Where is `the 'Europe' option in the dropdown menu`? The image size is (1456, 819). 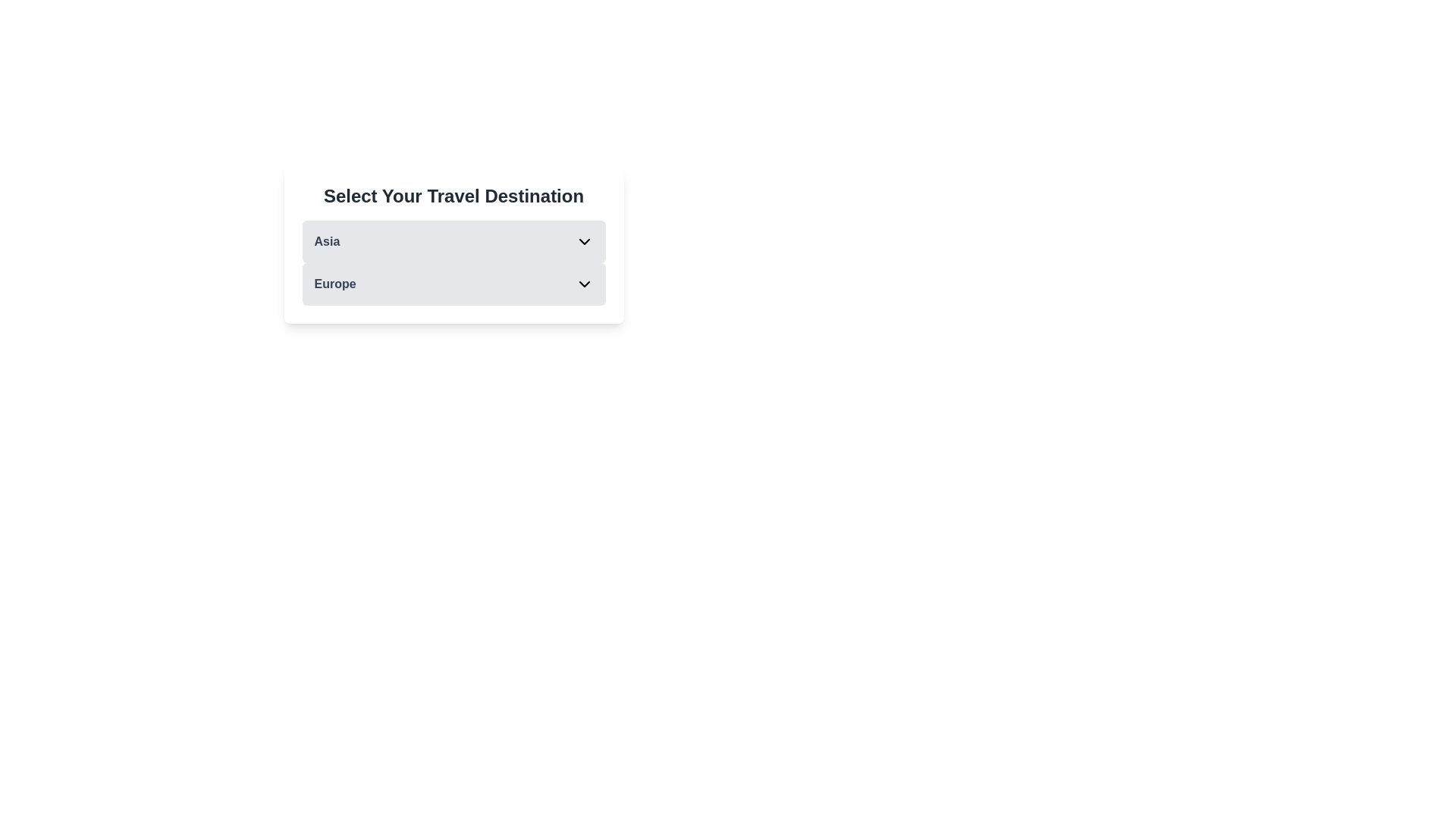
the 'Europe' option in the dropdown menu is located at coordinates (453, 284).